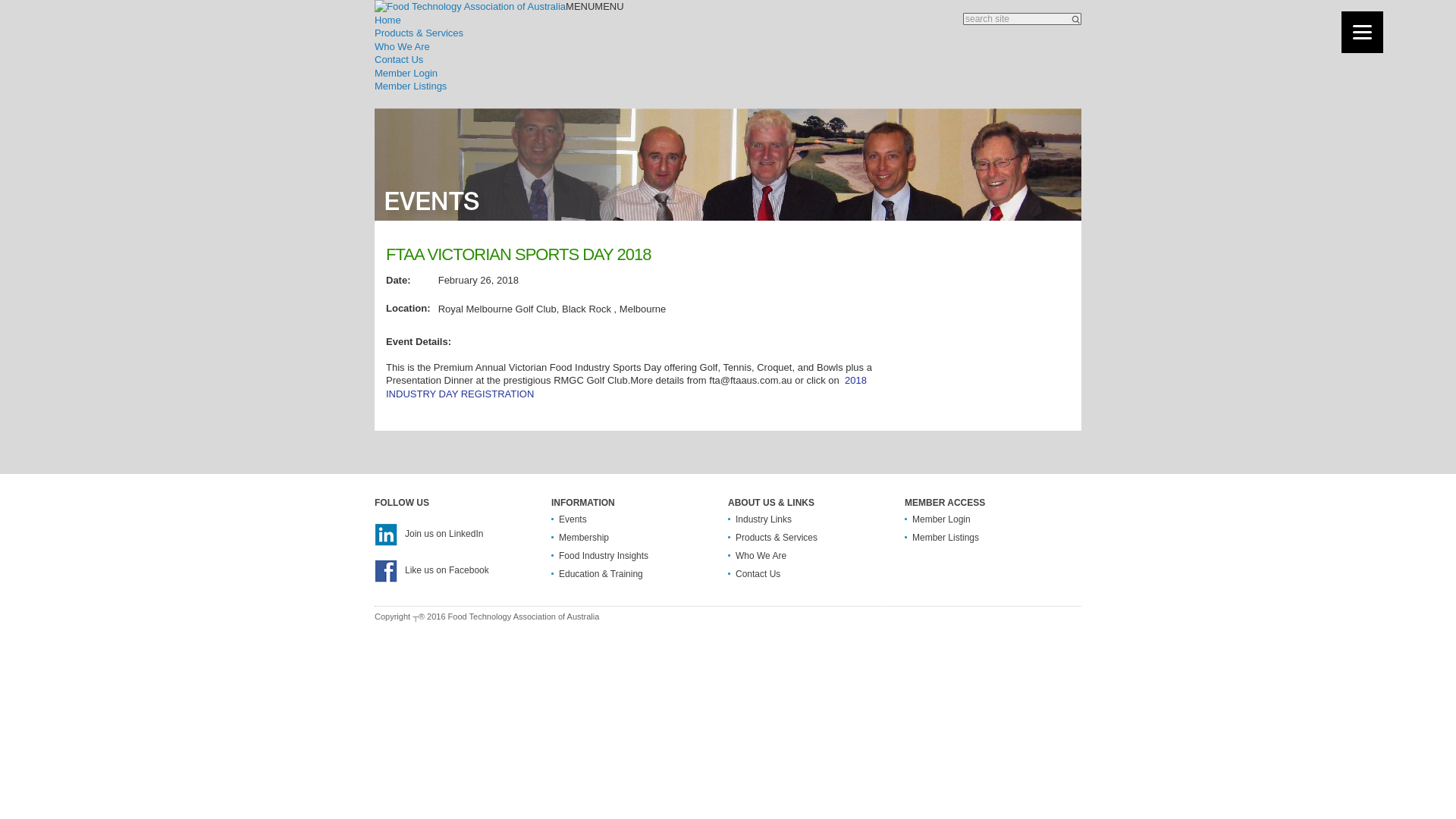 The height and width of the screenshot is (819, 1456). What do you see at coordinates (431, 570) in the screenshot?
I see `'Like us on Facebook'` at bounding box center [431, 570].